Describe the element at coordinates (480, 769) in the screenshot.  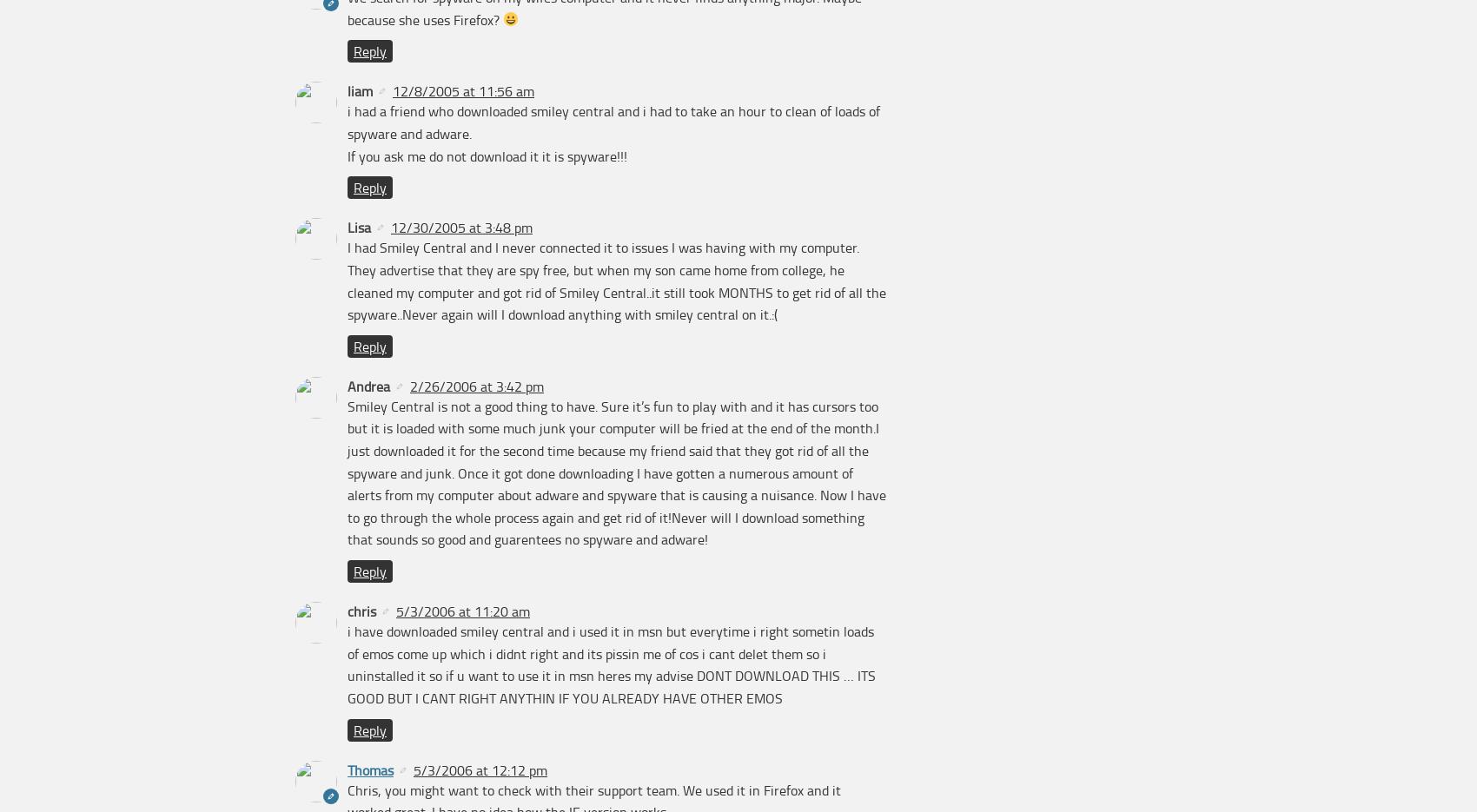
I see `'5/3/2006 at 12:12 pm'` at that location.